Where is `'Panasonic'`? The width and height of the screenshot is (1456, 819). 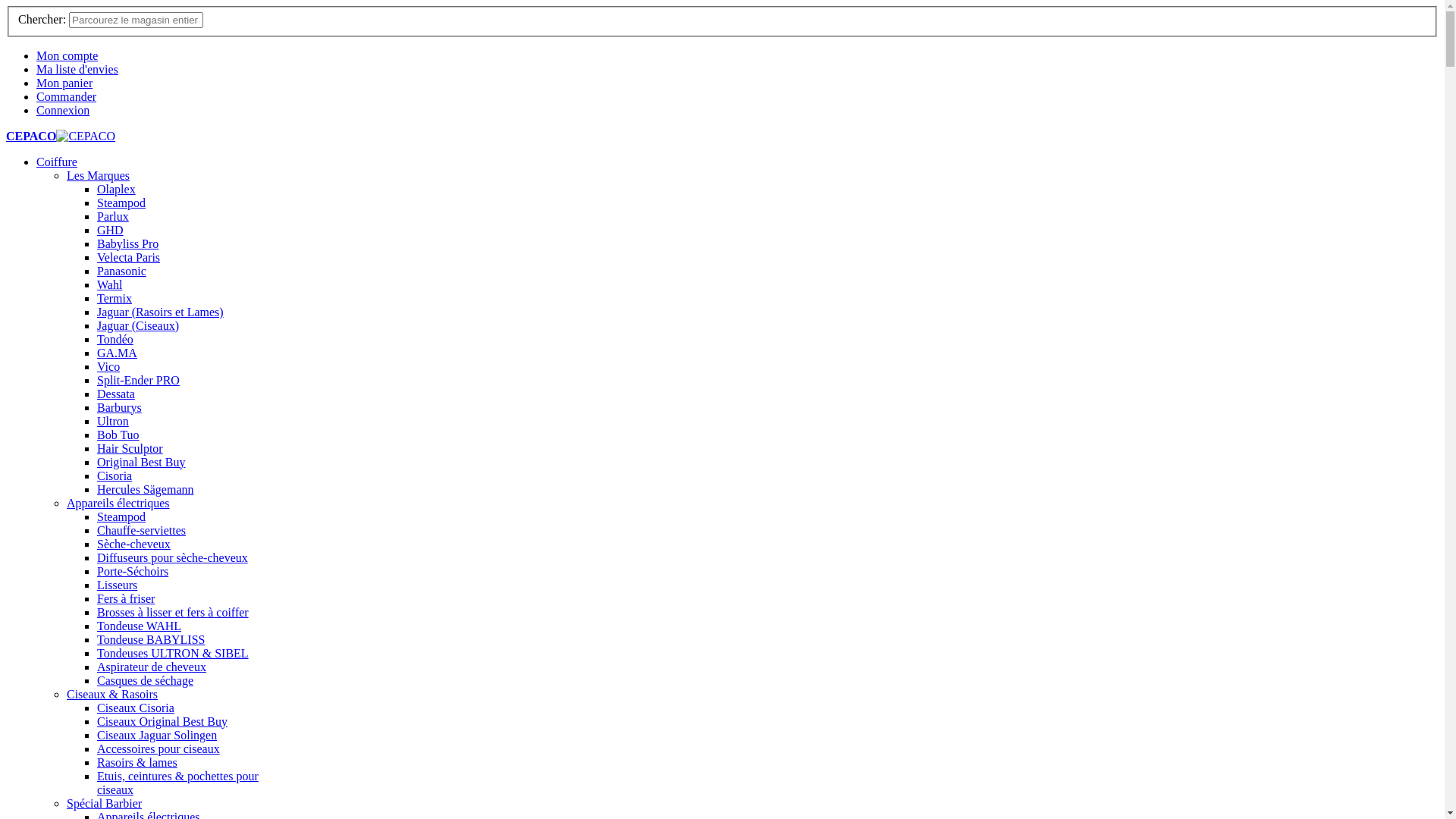
'Panasonic' is located at coordinates (121, 270).